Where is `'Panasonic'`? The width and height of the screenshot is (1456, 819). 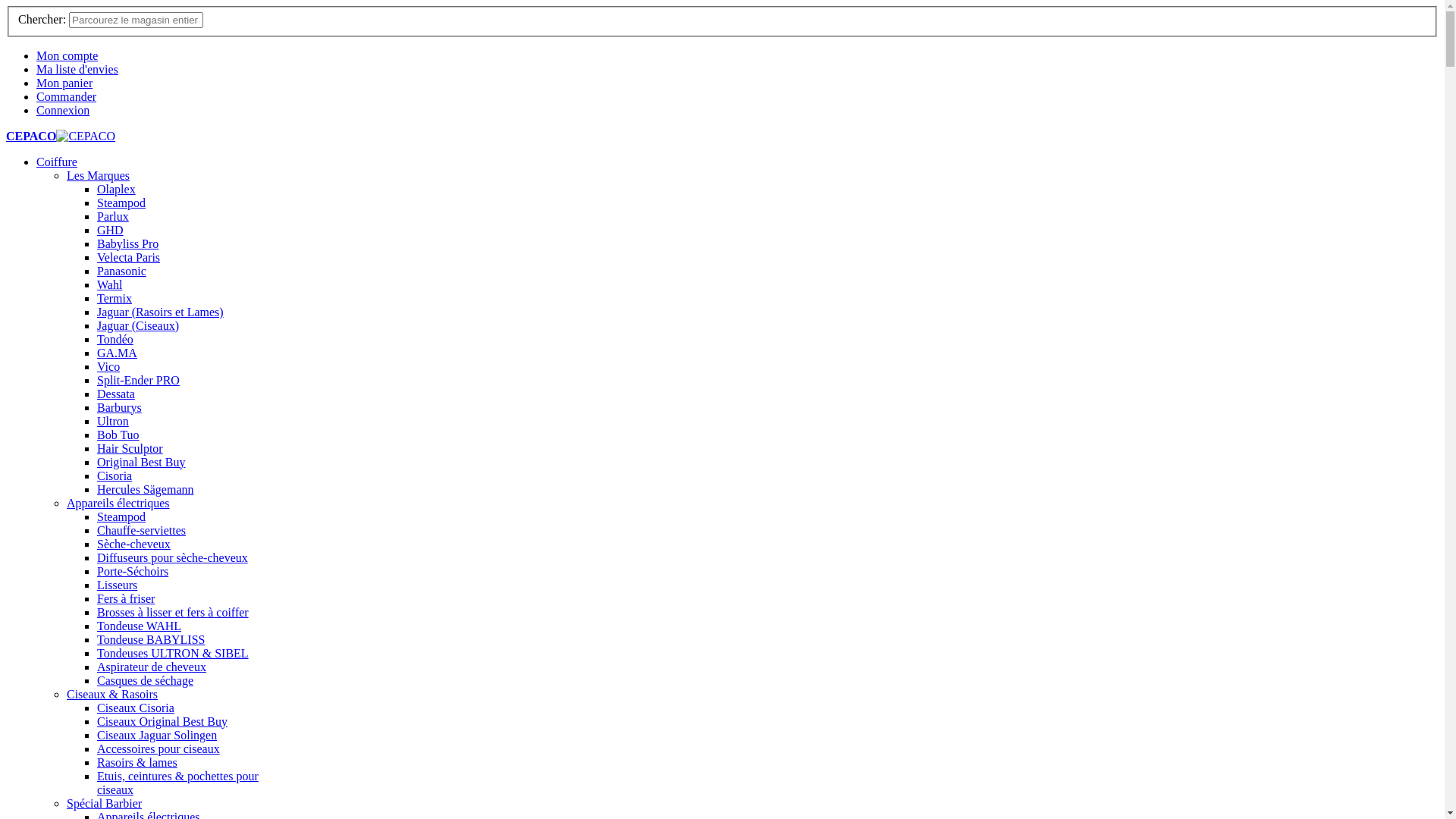
'Panasonic' is located at coordinates (121, 270).